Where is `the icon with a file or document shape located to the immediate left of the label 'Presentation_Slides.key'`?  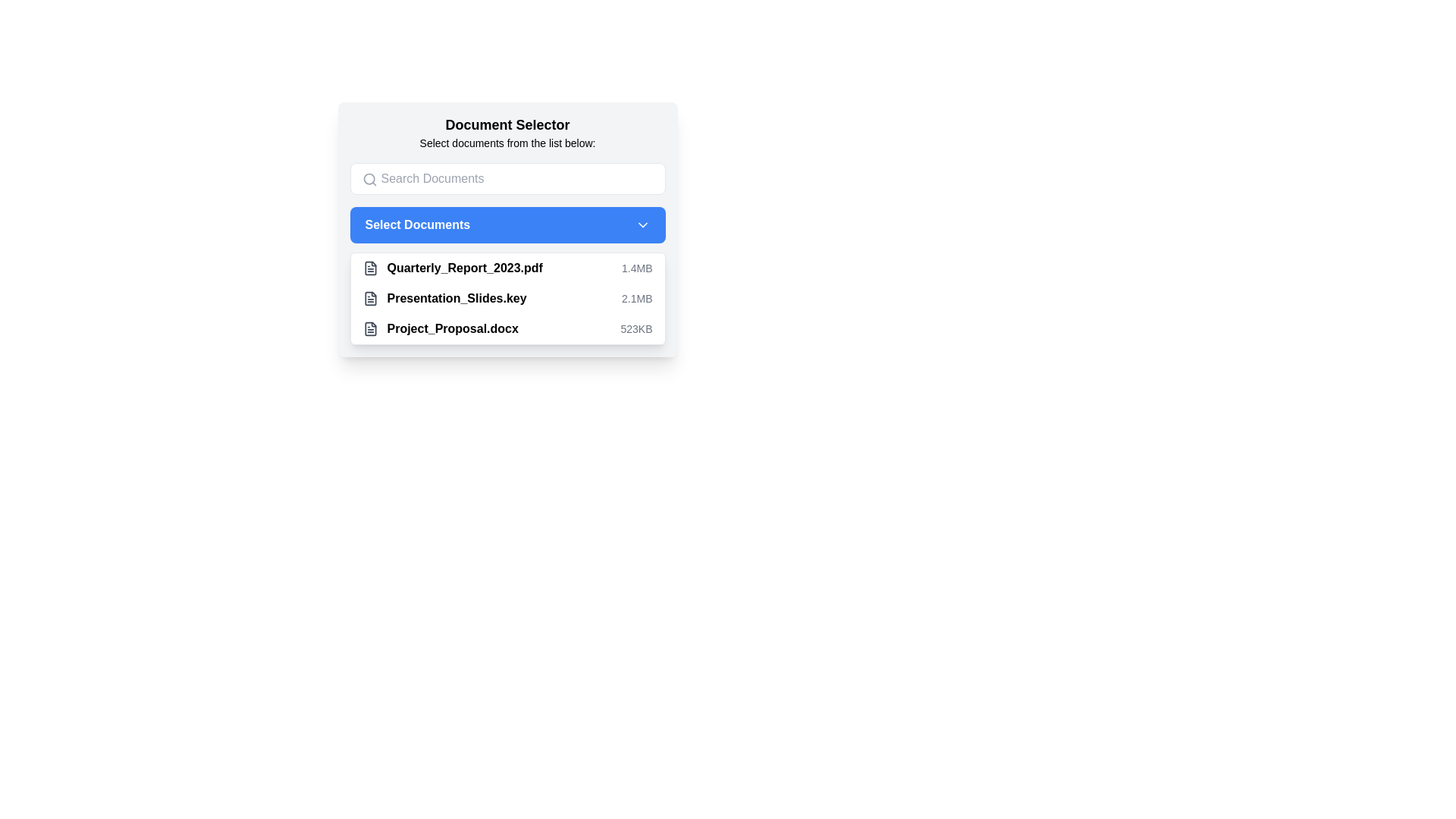 the icon with a file or document shape located to the immediate left of the label 'Presentation_Slides.key' is located at coordinates (370, 298).